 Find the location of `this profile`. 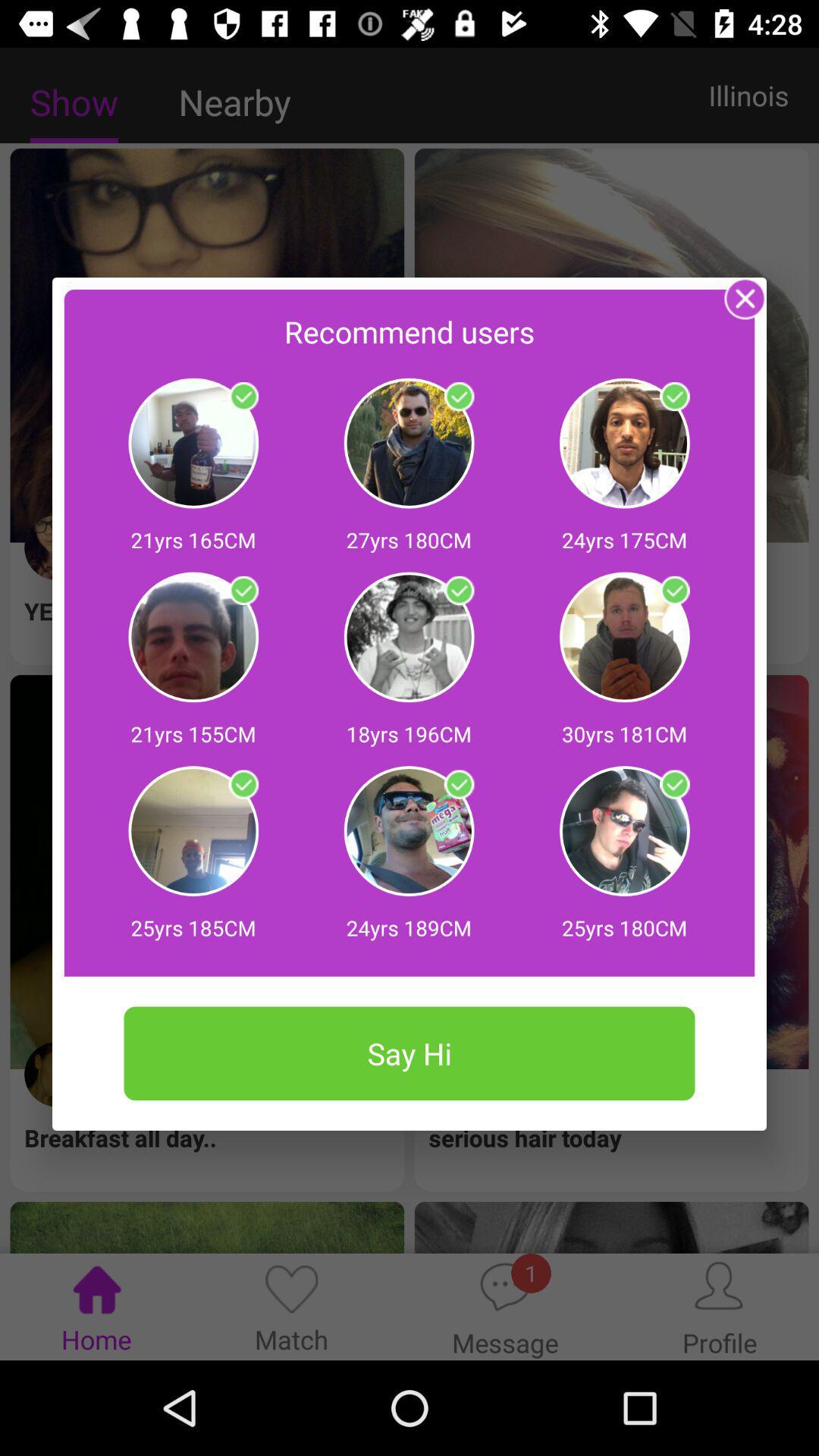

this profile is located at coordinates (243, 785).